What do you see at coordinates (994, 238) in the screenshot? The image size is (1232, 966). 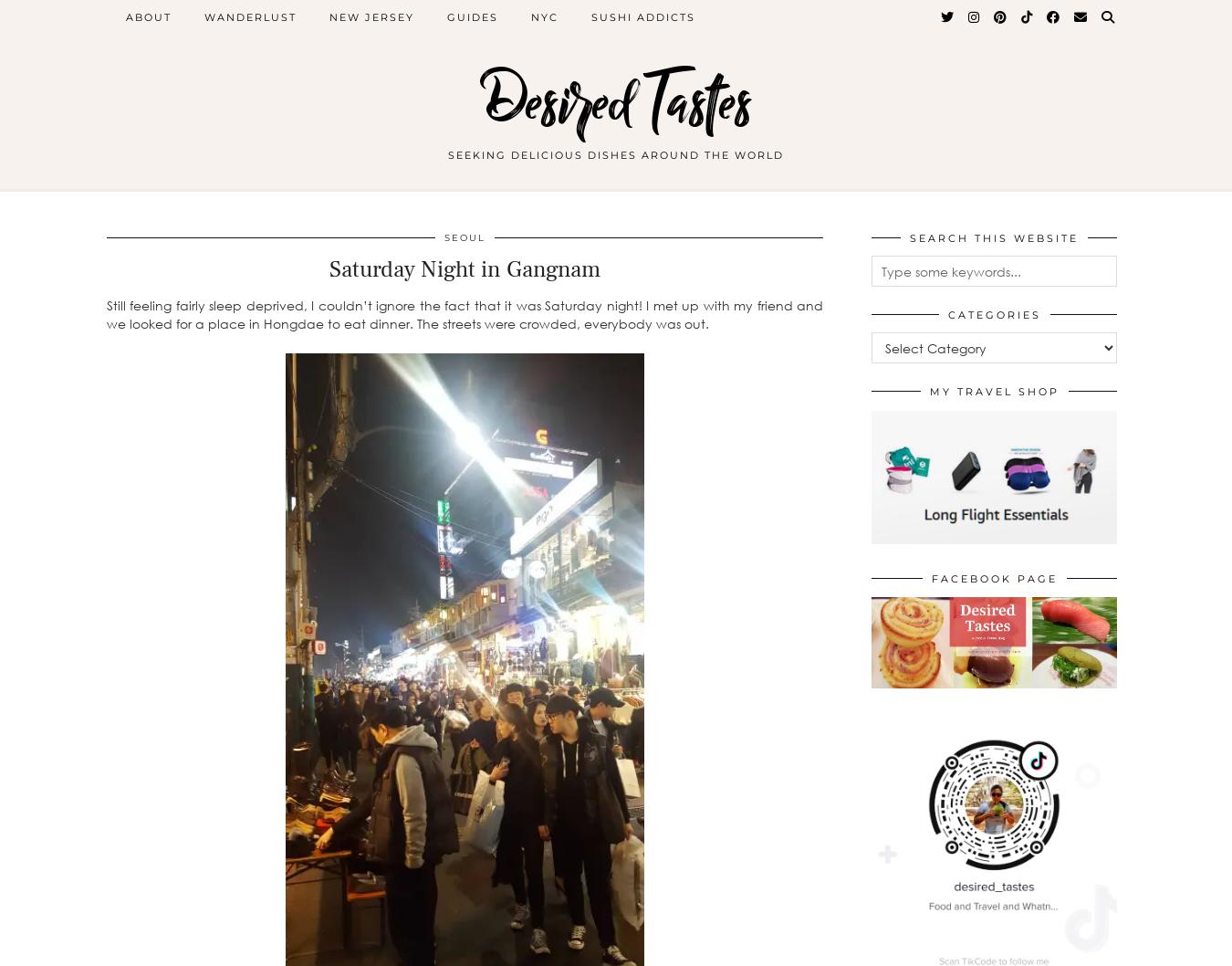 I see `'Search This Website'` at bounding box center [994, 238].